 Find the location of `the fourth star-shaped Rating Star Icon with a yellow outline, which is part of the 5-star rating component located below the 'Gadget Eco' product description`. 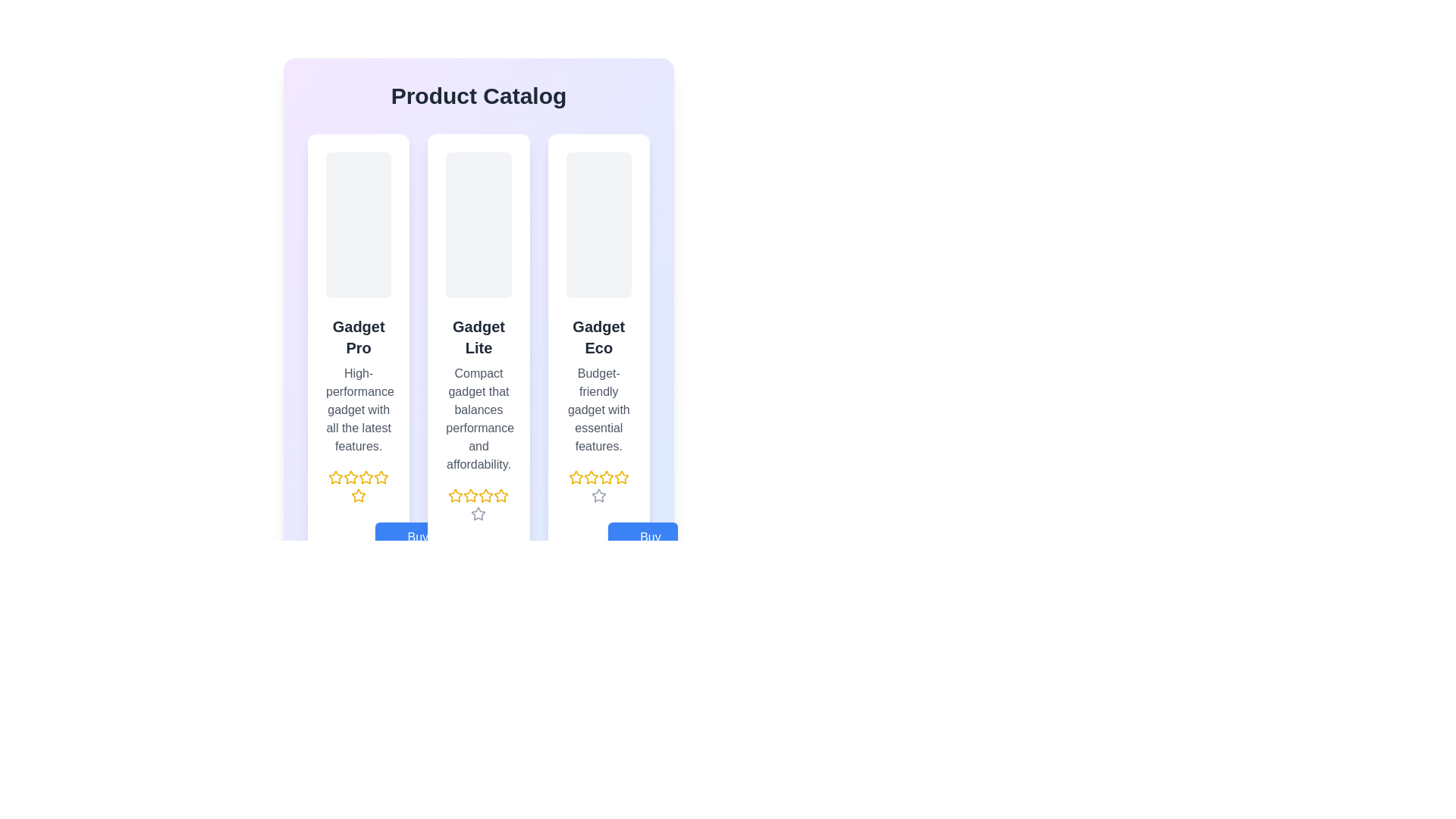

the fourth star-shaped Rating Star Icon with a yellow outline, which is part of the 5-star rating component located below the 'Gadget Eco' product description is located at coordinates (605, 476).